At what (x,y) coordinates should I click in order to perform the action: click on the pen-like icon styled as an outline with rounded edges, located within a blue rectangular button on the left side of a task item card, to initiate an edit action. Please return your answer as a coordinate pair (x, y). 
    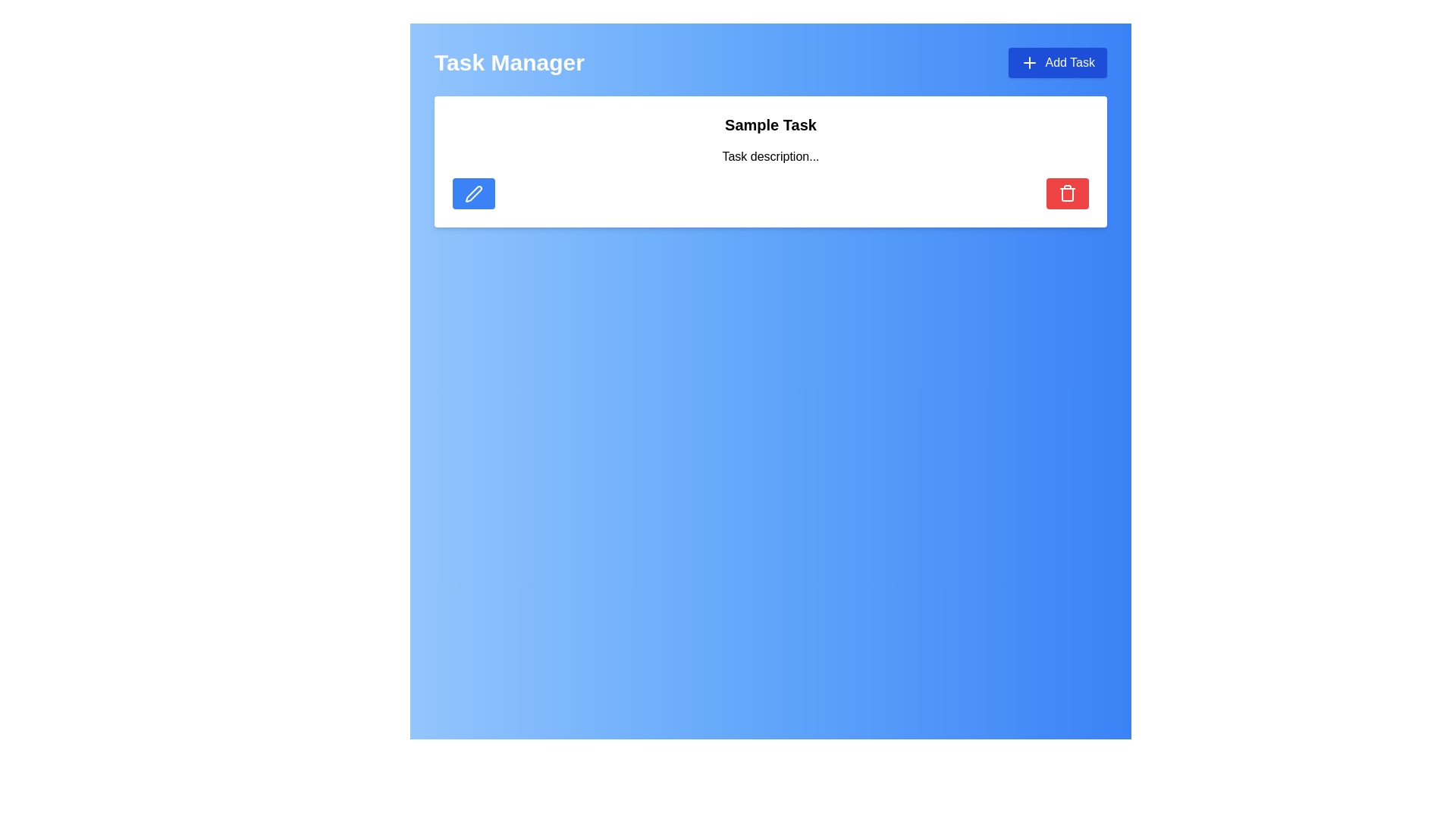
    Looking at the image, I should click on (472, 192).